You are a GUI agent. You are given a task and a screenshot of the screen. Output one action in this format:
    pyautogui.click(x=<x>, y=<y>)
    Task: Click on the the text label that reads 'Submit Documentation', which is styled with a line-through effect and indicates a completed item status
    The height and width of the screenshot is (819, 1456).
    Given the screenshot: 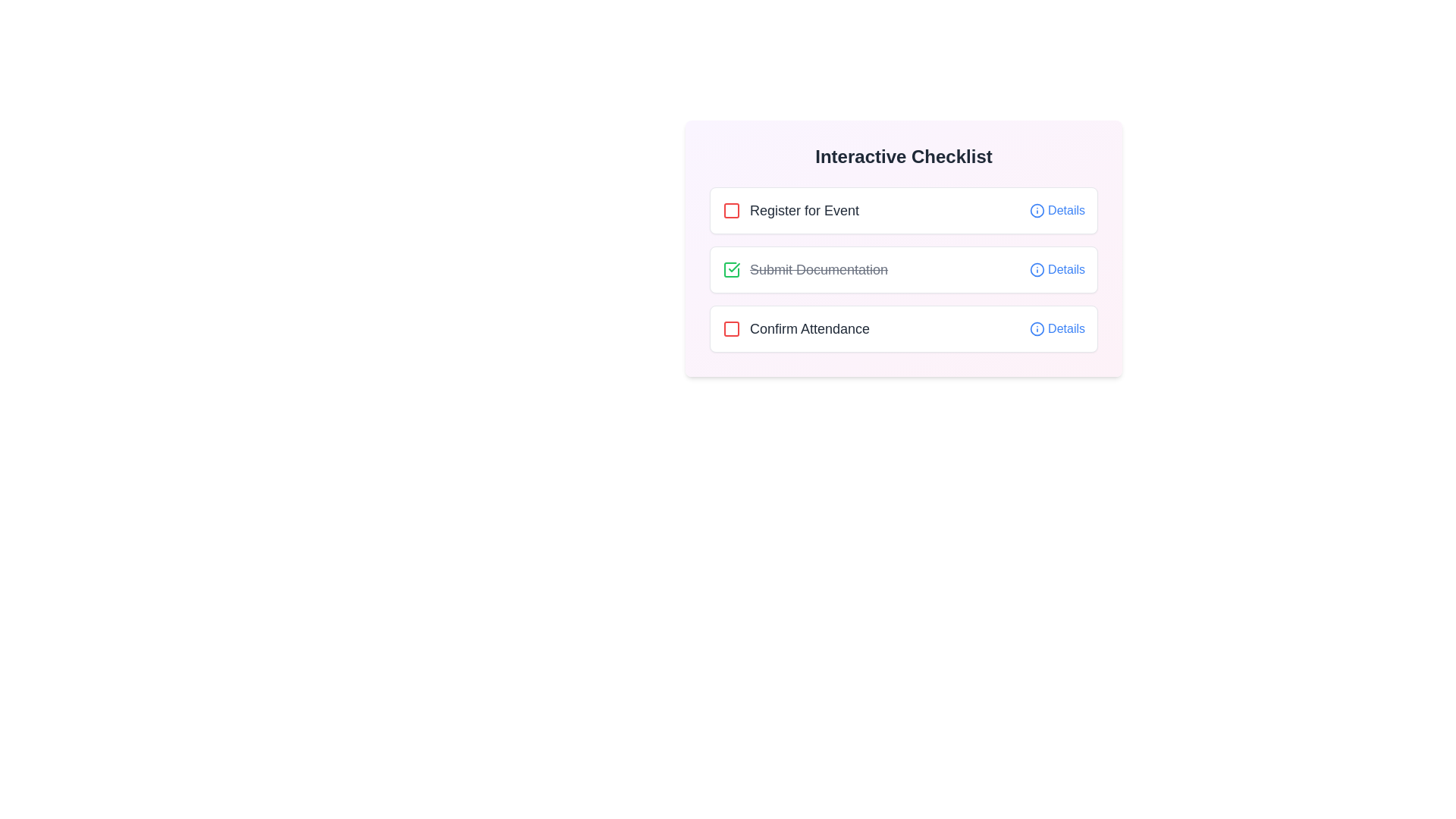 What is the action you would take?
    pyautogui.click(x=818, y=268)
    